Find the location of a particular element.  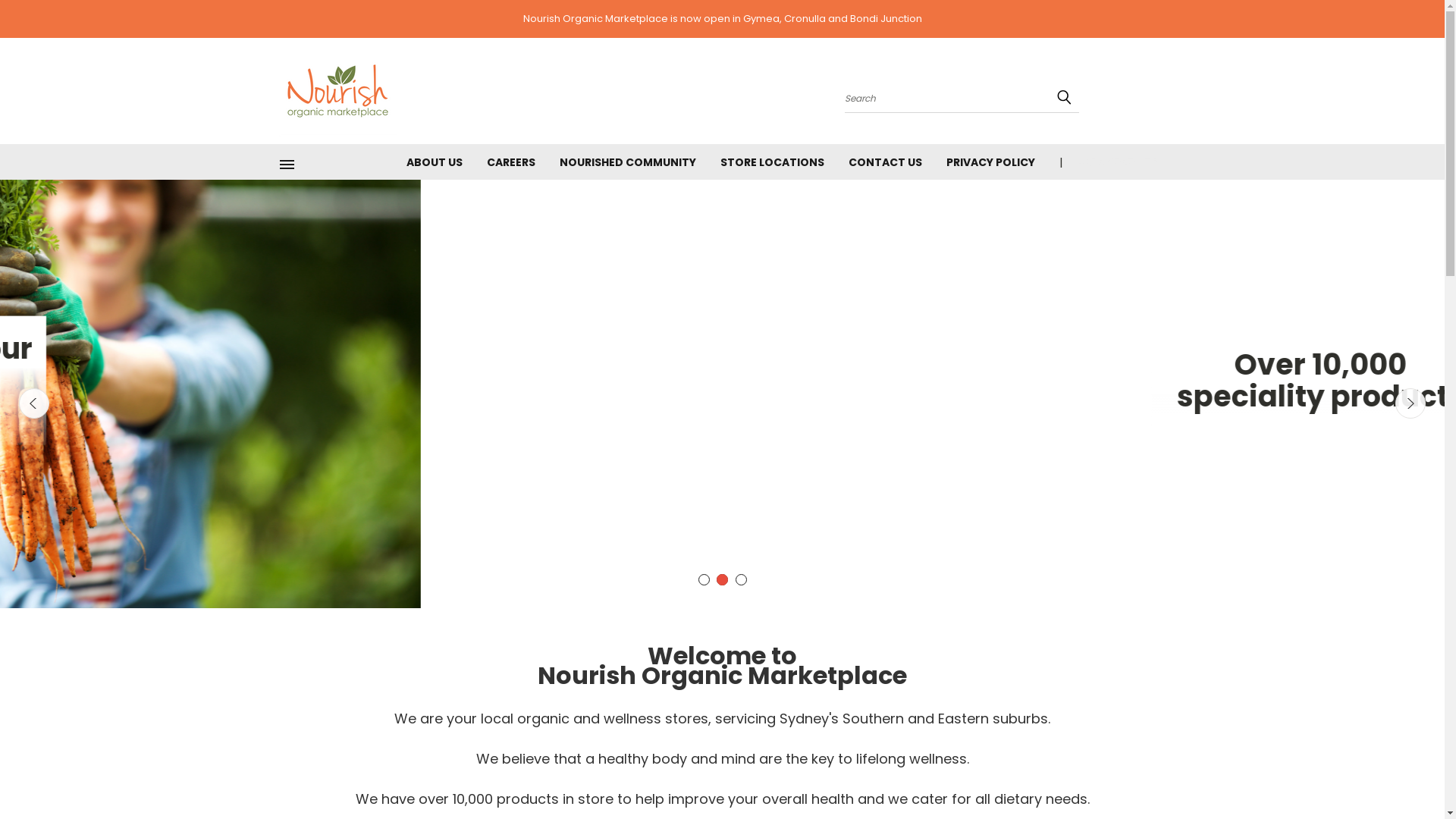

'Next' is located at coordinates (1410, 403).